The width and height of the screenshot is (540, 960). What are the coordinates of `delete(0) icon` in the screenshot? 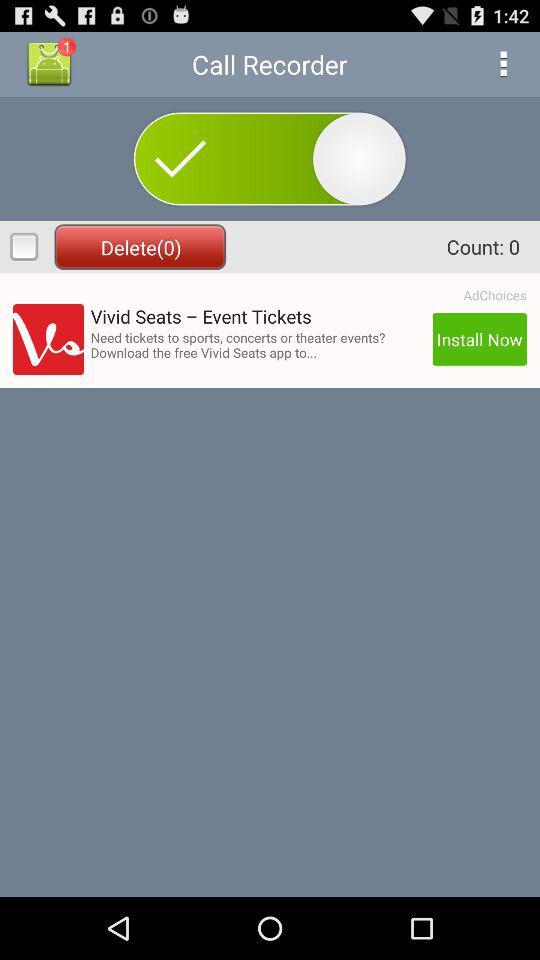 It's located at (139, 246).